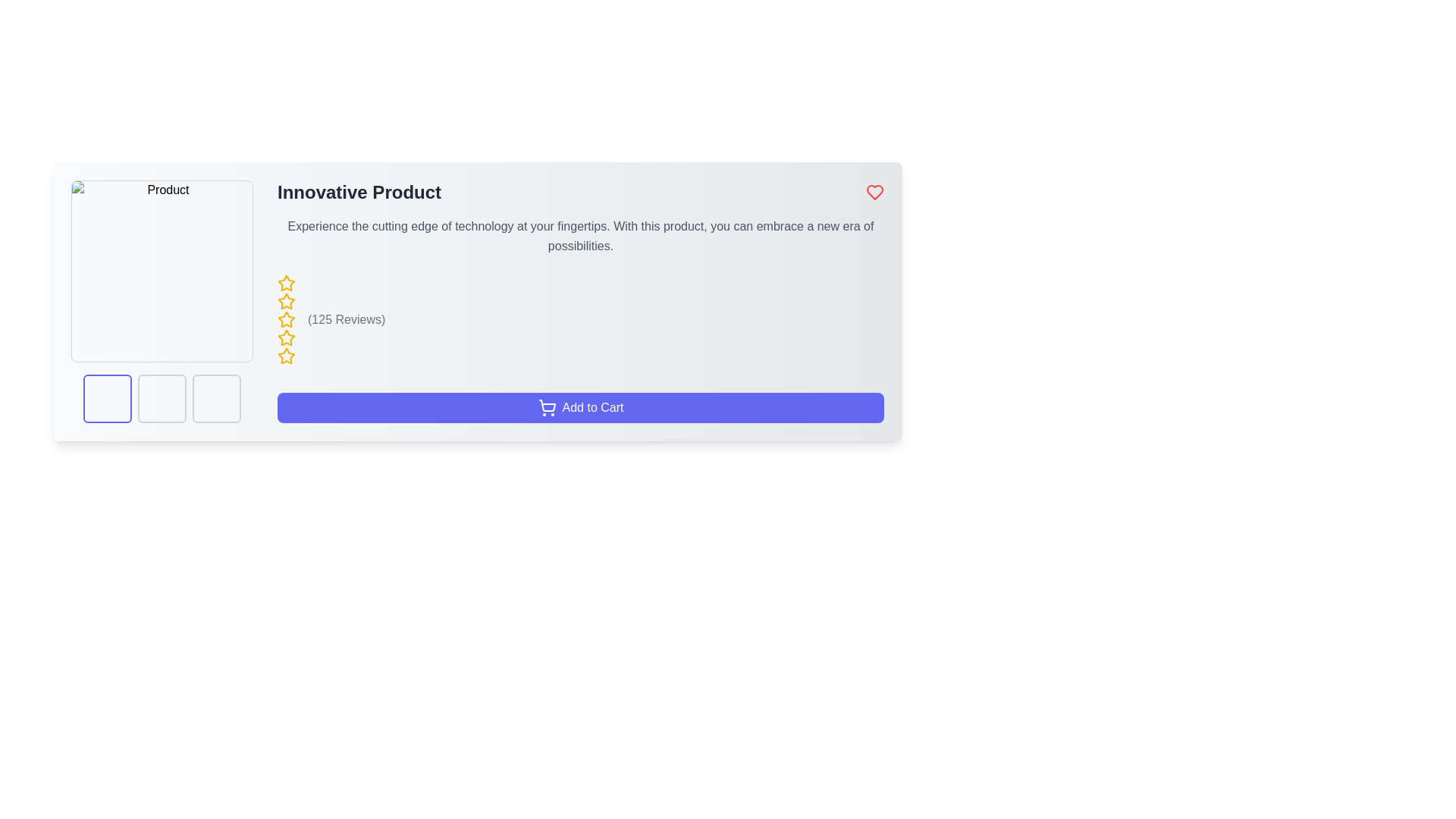 The width and height of the screenshot is (1456, 819). Describe the element at coordinates (287, 283) in the screenshot. I see `the first golden star-shaped rating icon located below the 'Innovative Product' title` at that location.